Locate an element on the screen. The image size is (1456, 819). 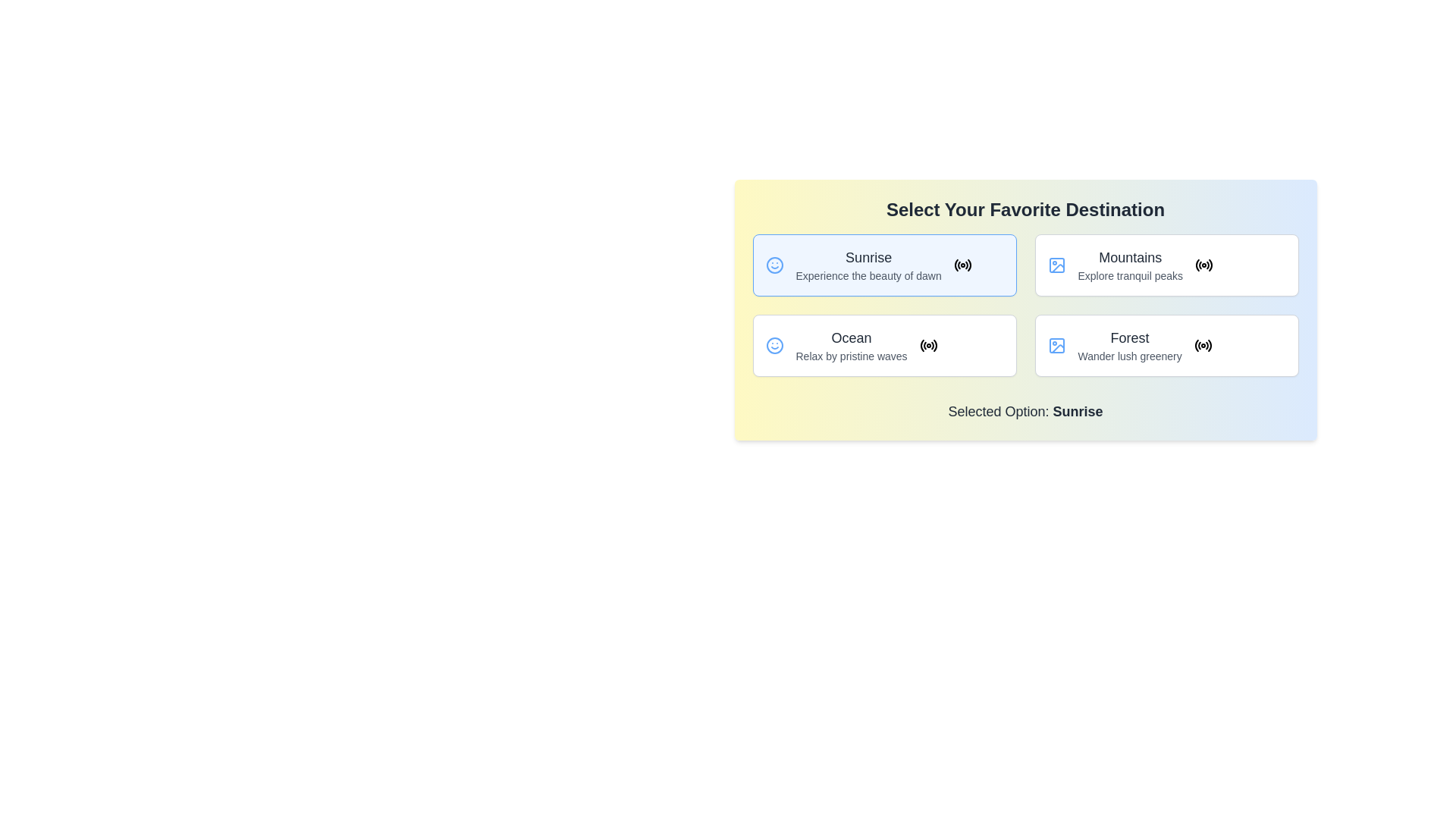
the blue image icon representing a photo or image attachment located to the left of the text 'Mountains' in the grid layout for destination options is located at coordinates (1056, 265).